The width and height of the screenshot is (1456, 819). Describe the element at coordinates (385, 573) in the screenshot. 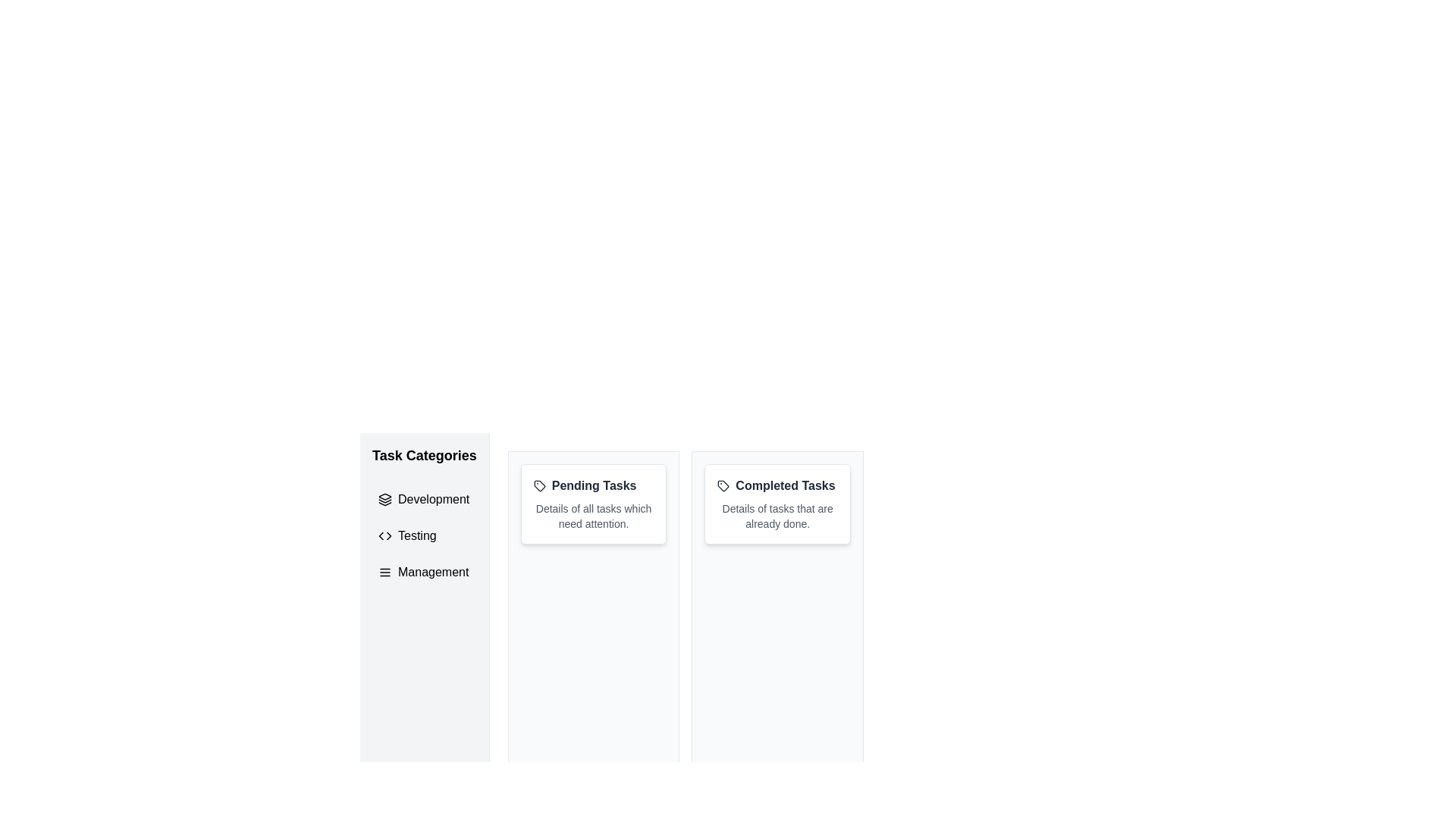

I see `the 'Management' icon located to the left of the text 'Management' in the vertical list under the 'Task Categories' title` at that location.